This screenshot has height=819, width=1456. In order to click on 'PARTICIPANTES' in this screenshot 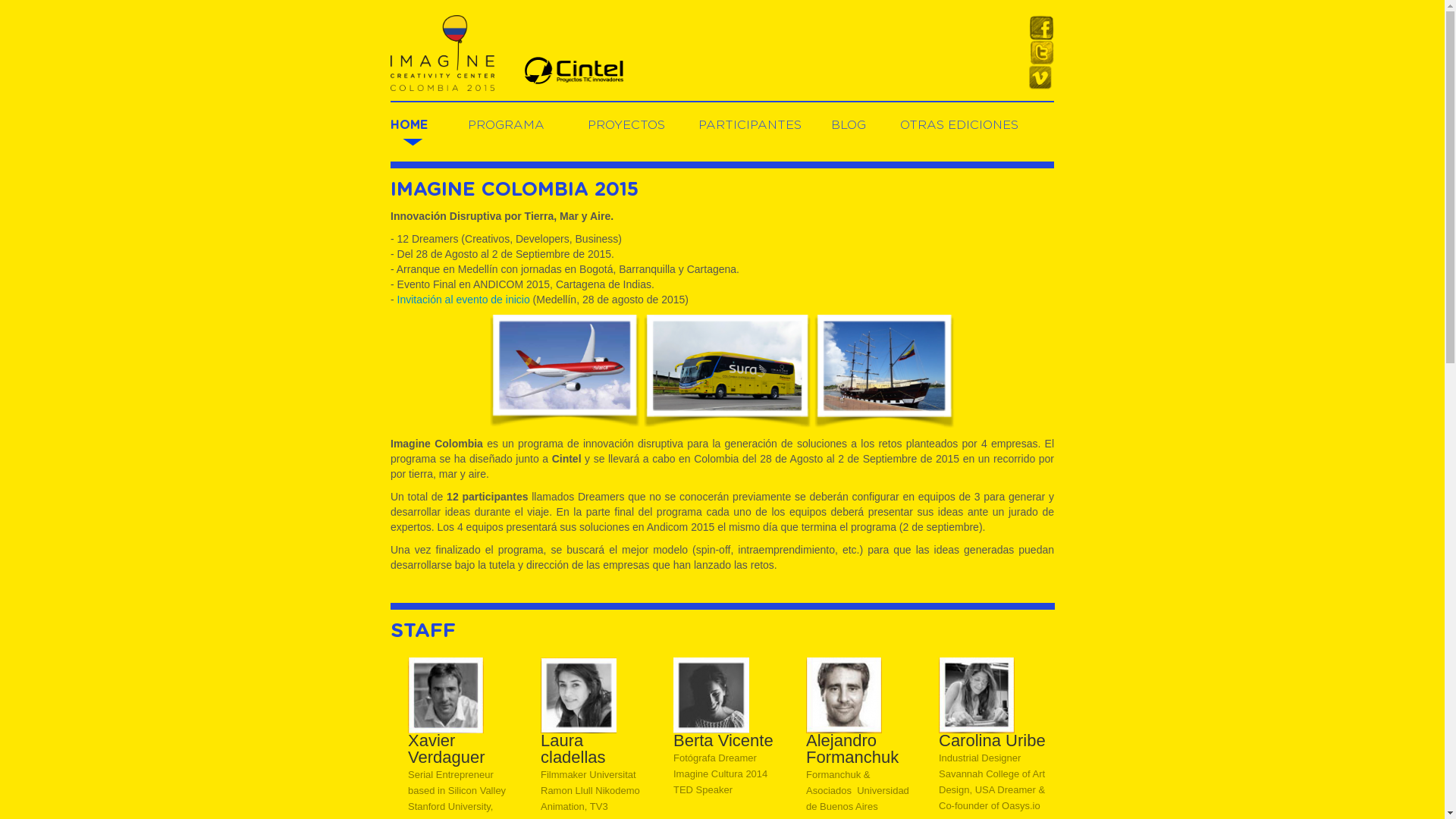, I will do `click(749, 124)`.